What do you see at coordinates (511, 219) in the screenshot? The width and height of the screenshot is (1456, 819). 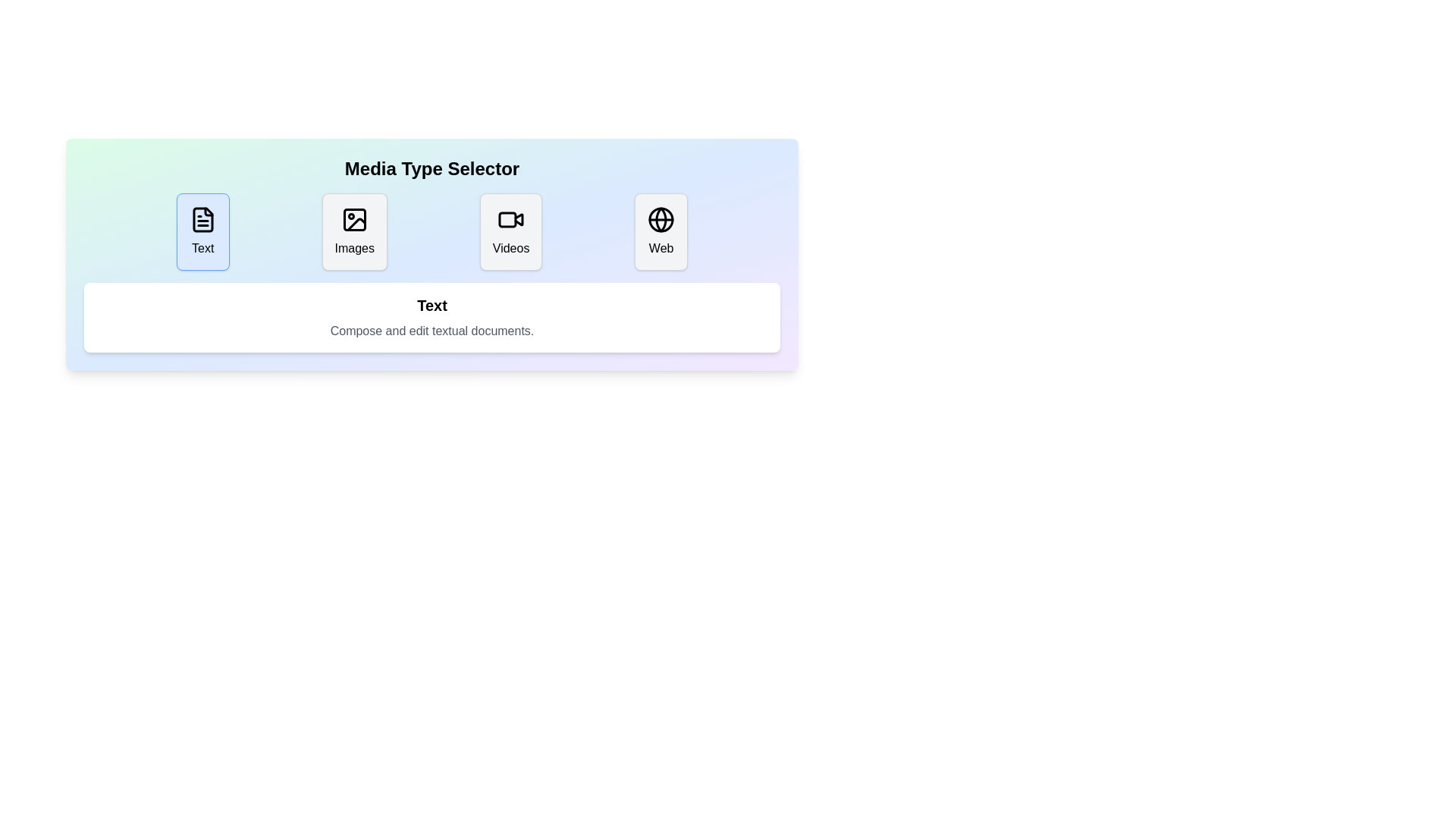 I see `the stylized video camera icon part of the 'Videos' button in the media type selector interface` at bounding box center [511, 219].